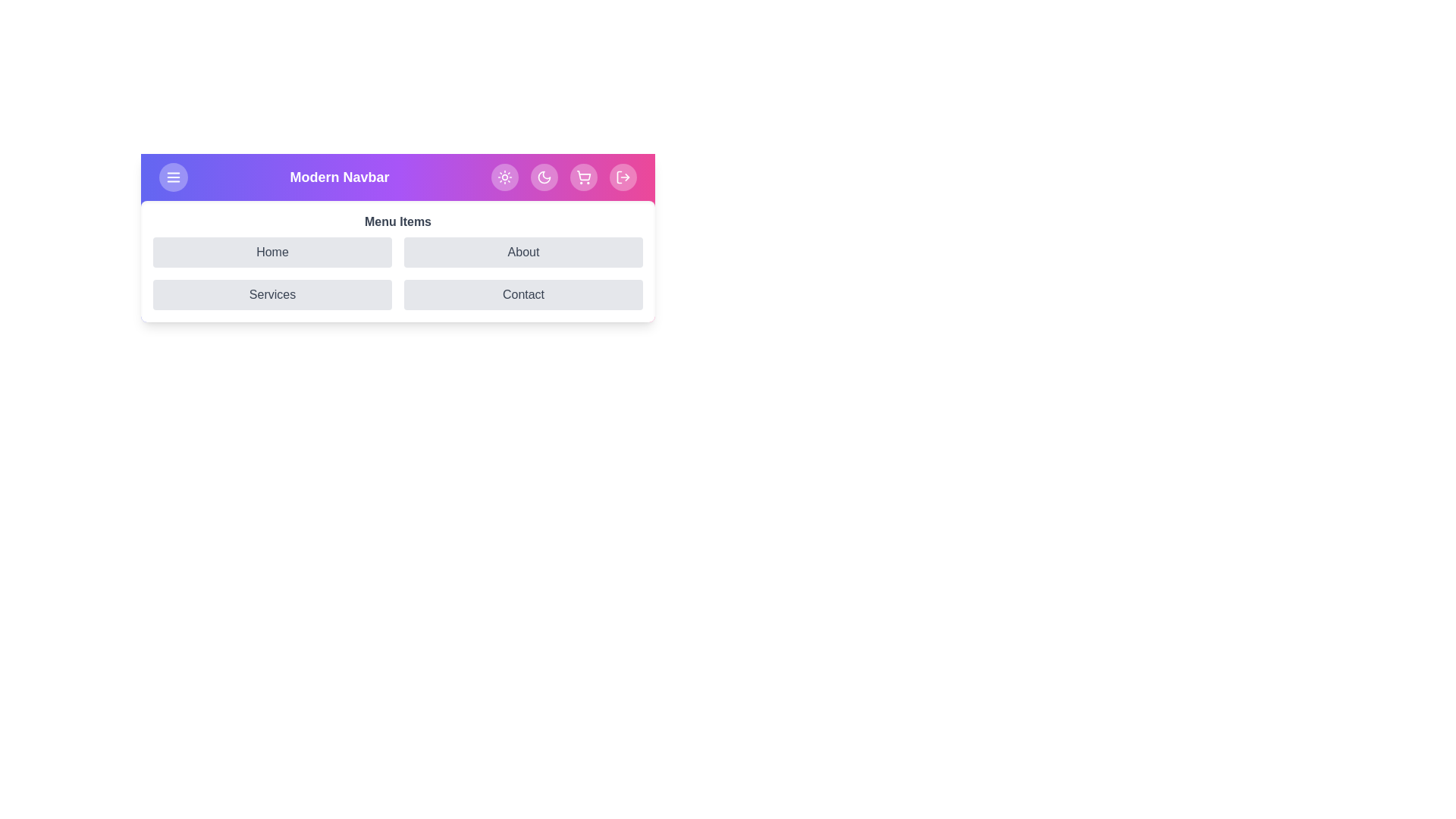 Image resolution: width=1456 pixels, height=819 pixels. I want to click on the 'ShoppingCart' icon button, so click(582, 177).